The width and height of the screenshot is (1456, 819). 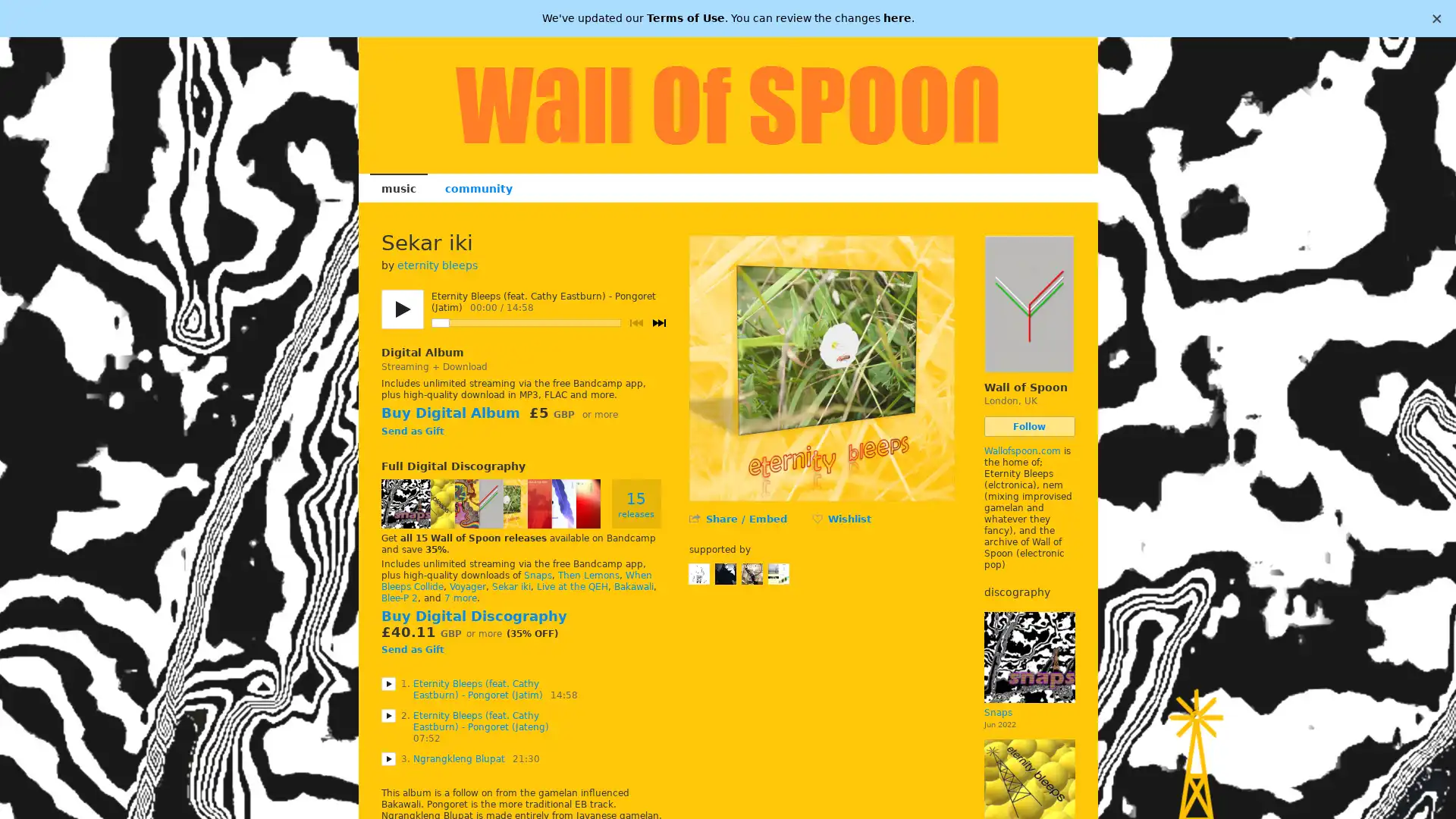 I want to click on Digital Album, so click(x=422, y=353).